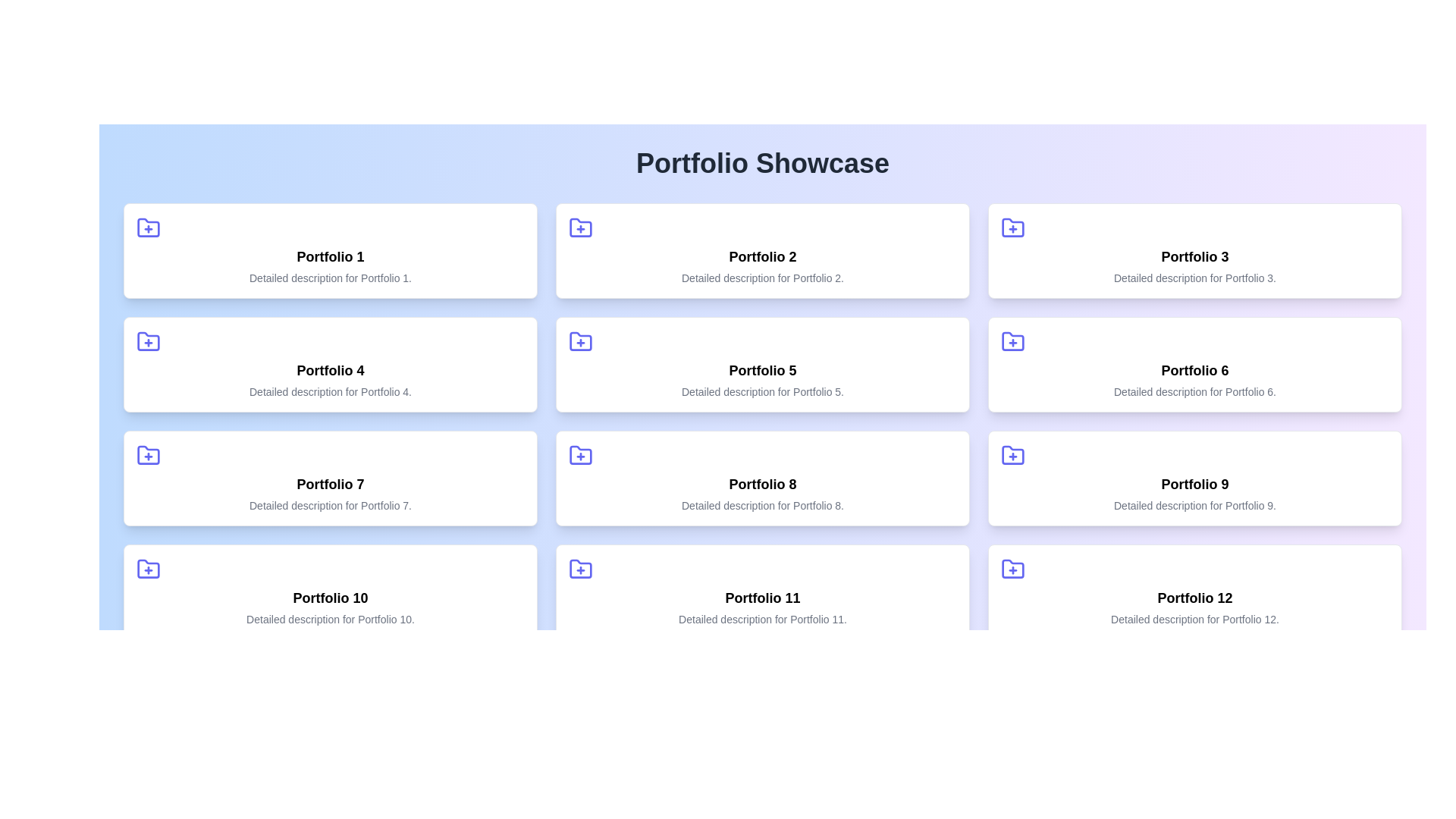 Image resolution: width=1456 pixels, height=819 pixels. Describe the element at coordinates (330, 371) in the screenshot. I see `the title text label for the portfolio item that is centrally aligned within the second box of the second row in the grid layout, positioned above the descriptive text` at that location.